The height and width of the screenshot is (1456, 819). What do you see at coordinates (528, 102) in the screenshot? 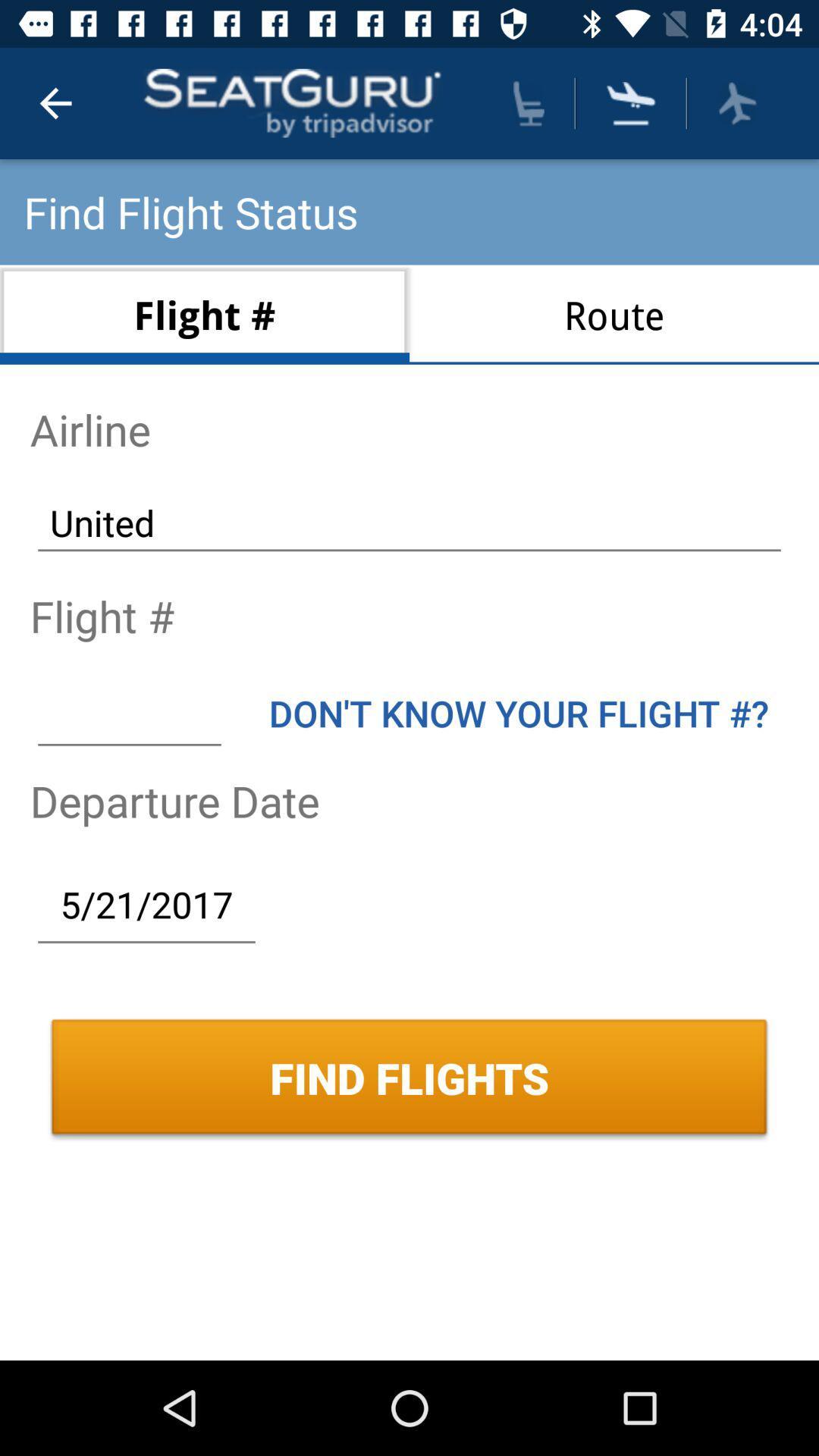
I see `switch to train tab` at bounding box center [528, 102].